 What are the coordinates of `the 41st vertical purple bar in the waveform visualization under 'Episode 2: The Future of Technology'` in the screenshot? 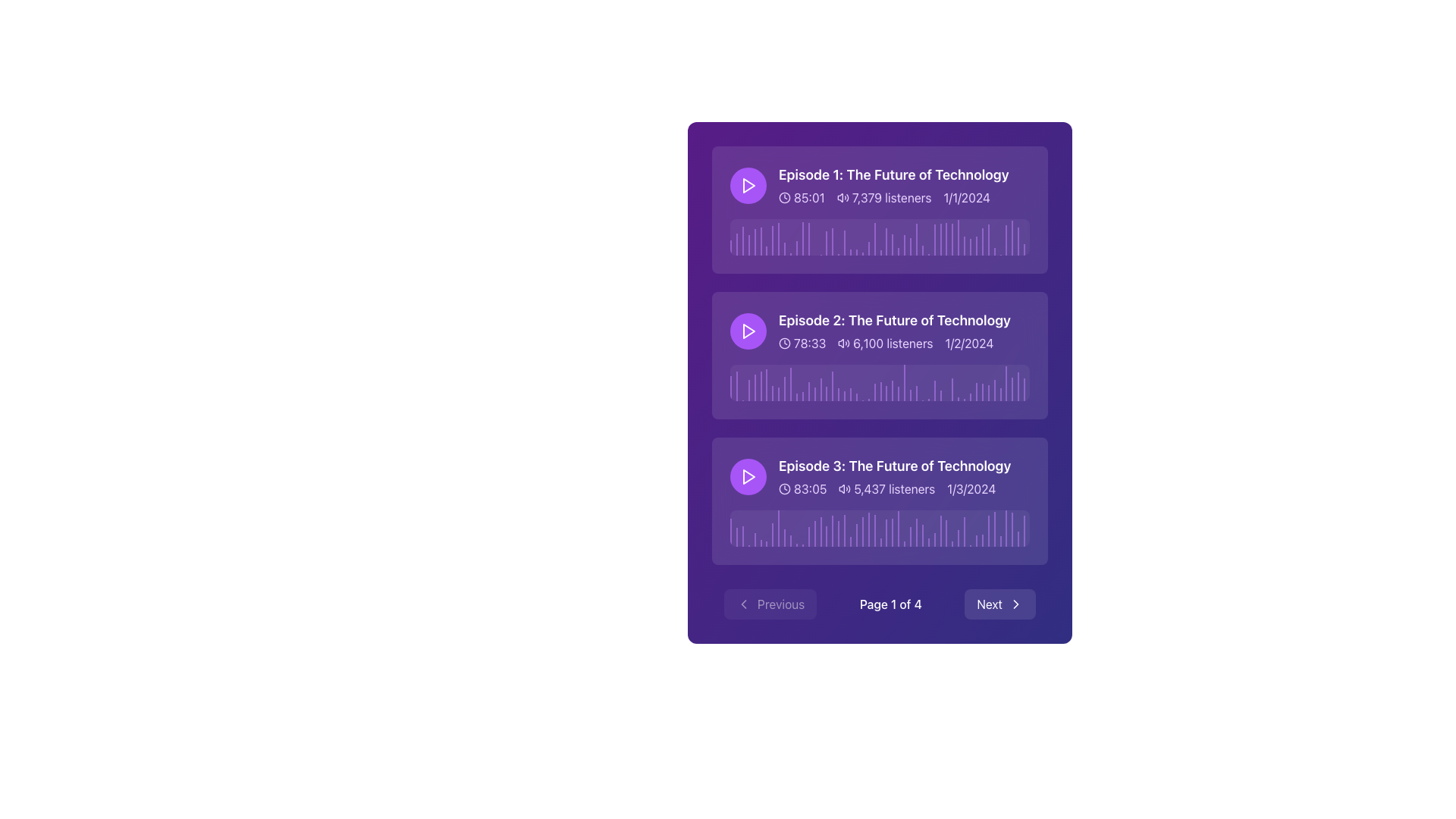 It's located at (976, 391).